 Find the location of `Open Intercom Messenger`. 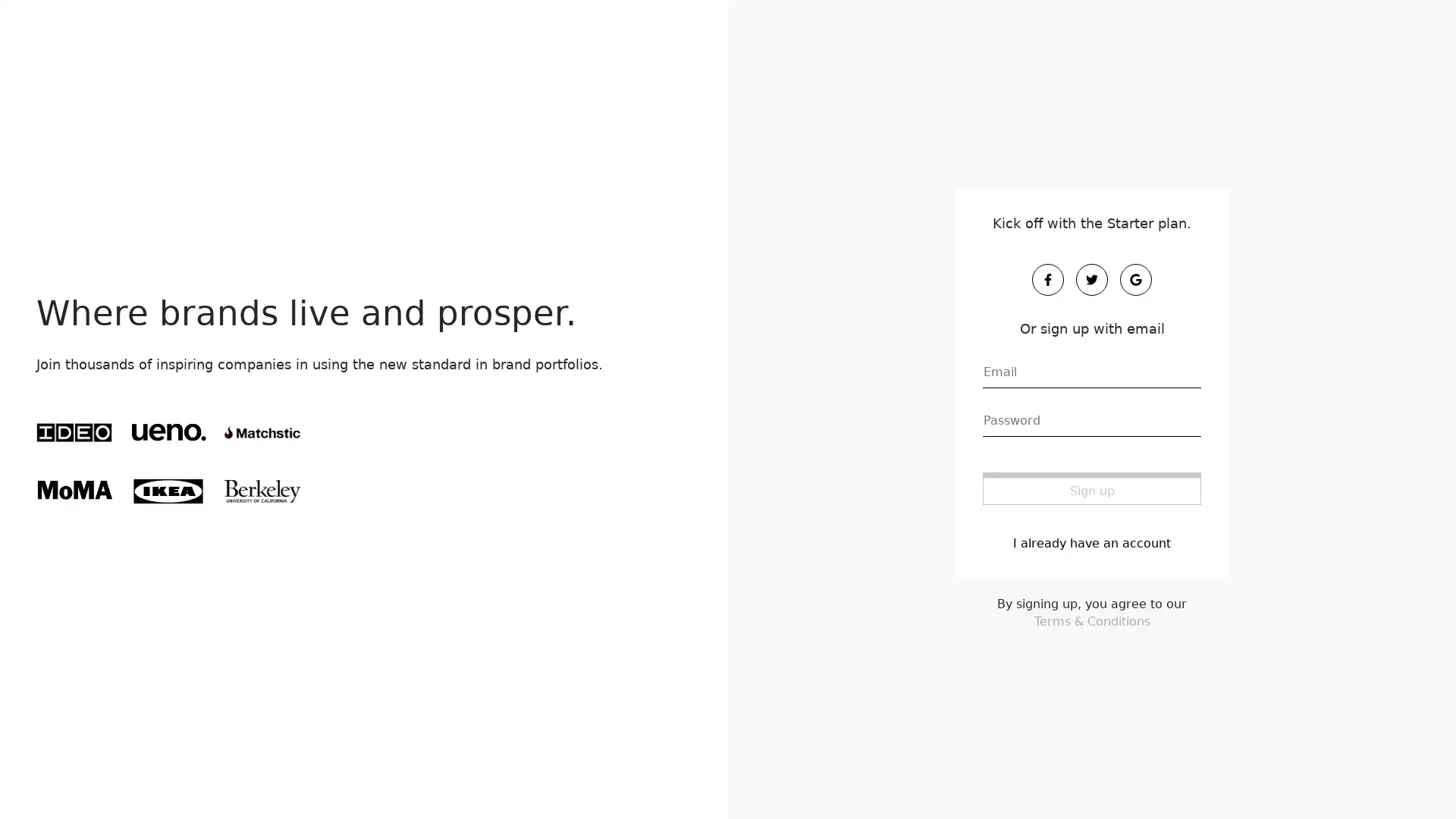

Open Intercom Messenger is located at coordinates (1417, 780).